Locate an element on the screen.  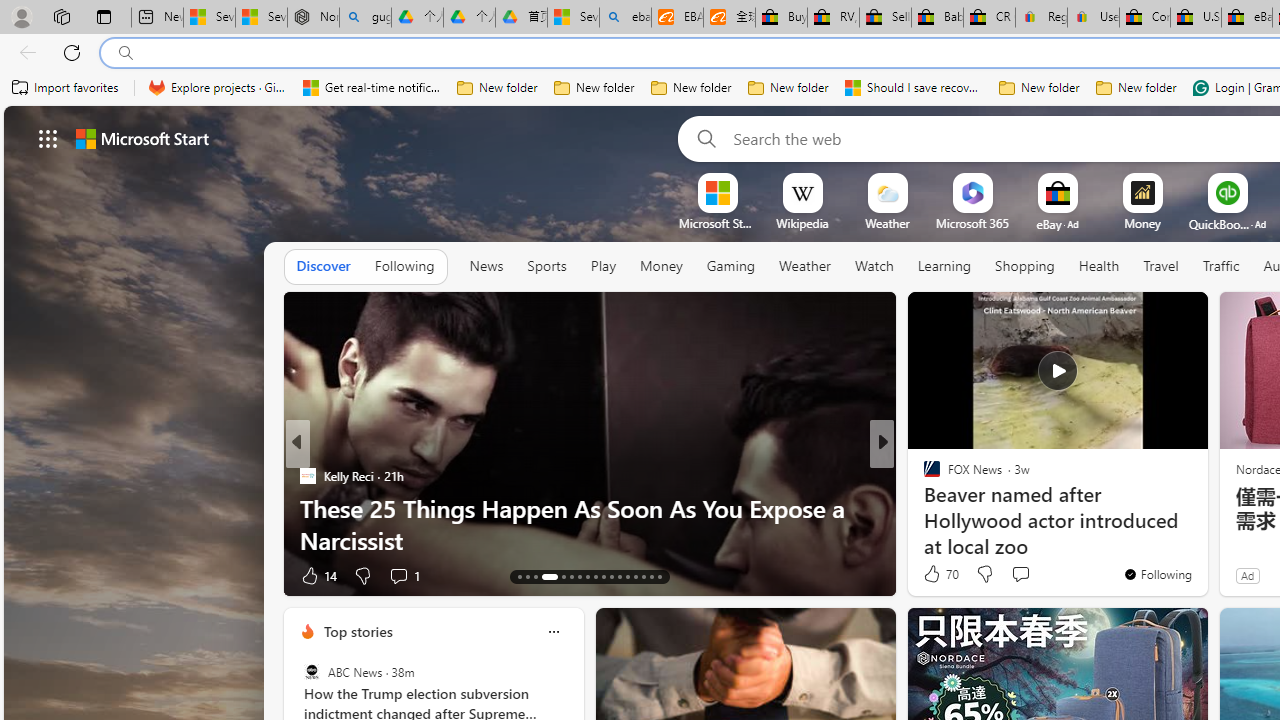
'App launcher' is located at coordinates (48, 137).